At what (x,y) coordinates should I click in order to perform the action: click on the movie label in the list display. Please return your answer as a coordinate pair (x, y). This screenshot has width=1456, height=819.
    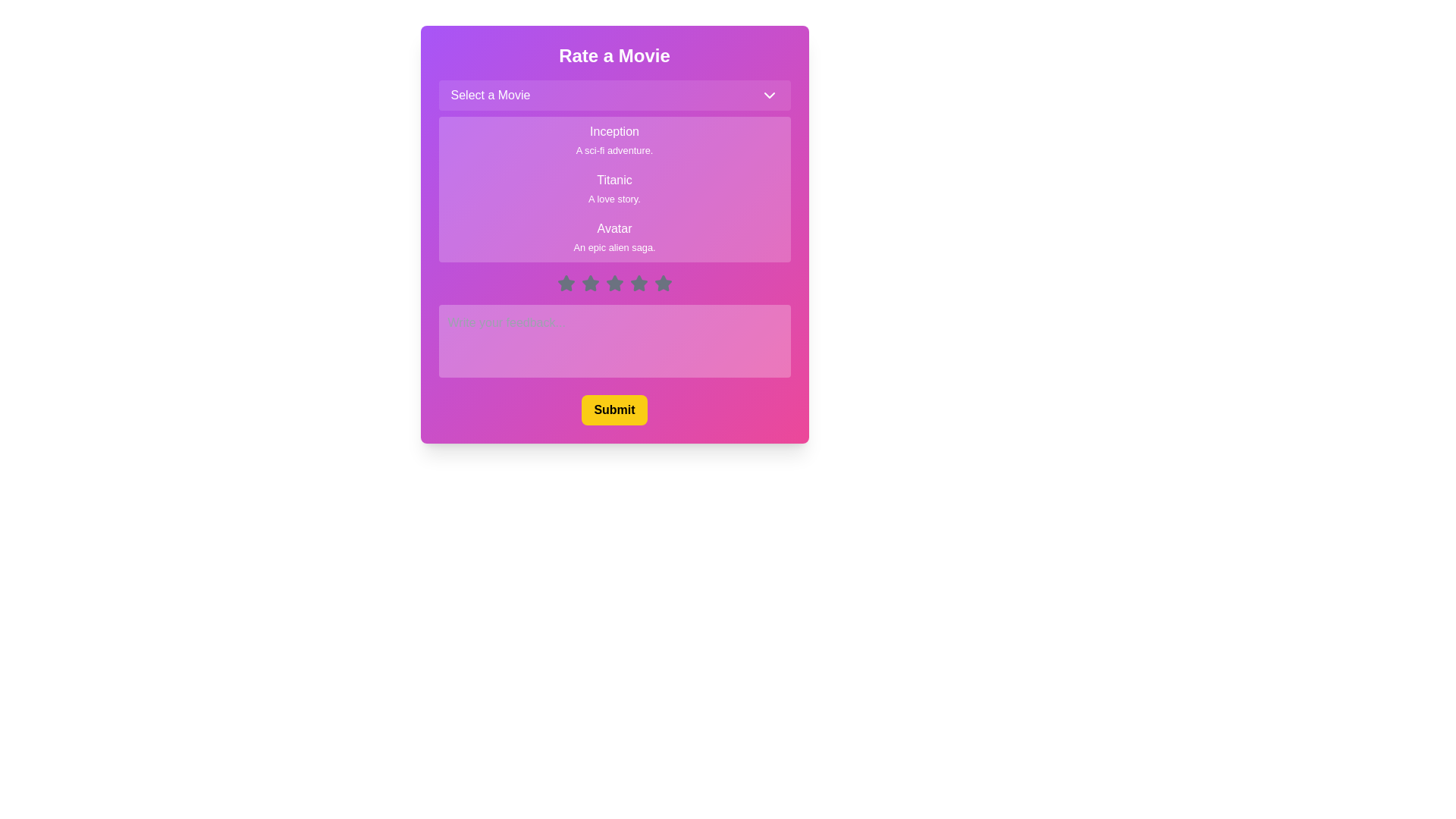
    Looking at the image, I should click on (614, 189).